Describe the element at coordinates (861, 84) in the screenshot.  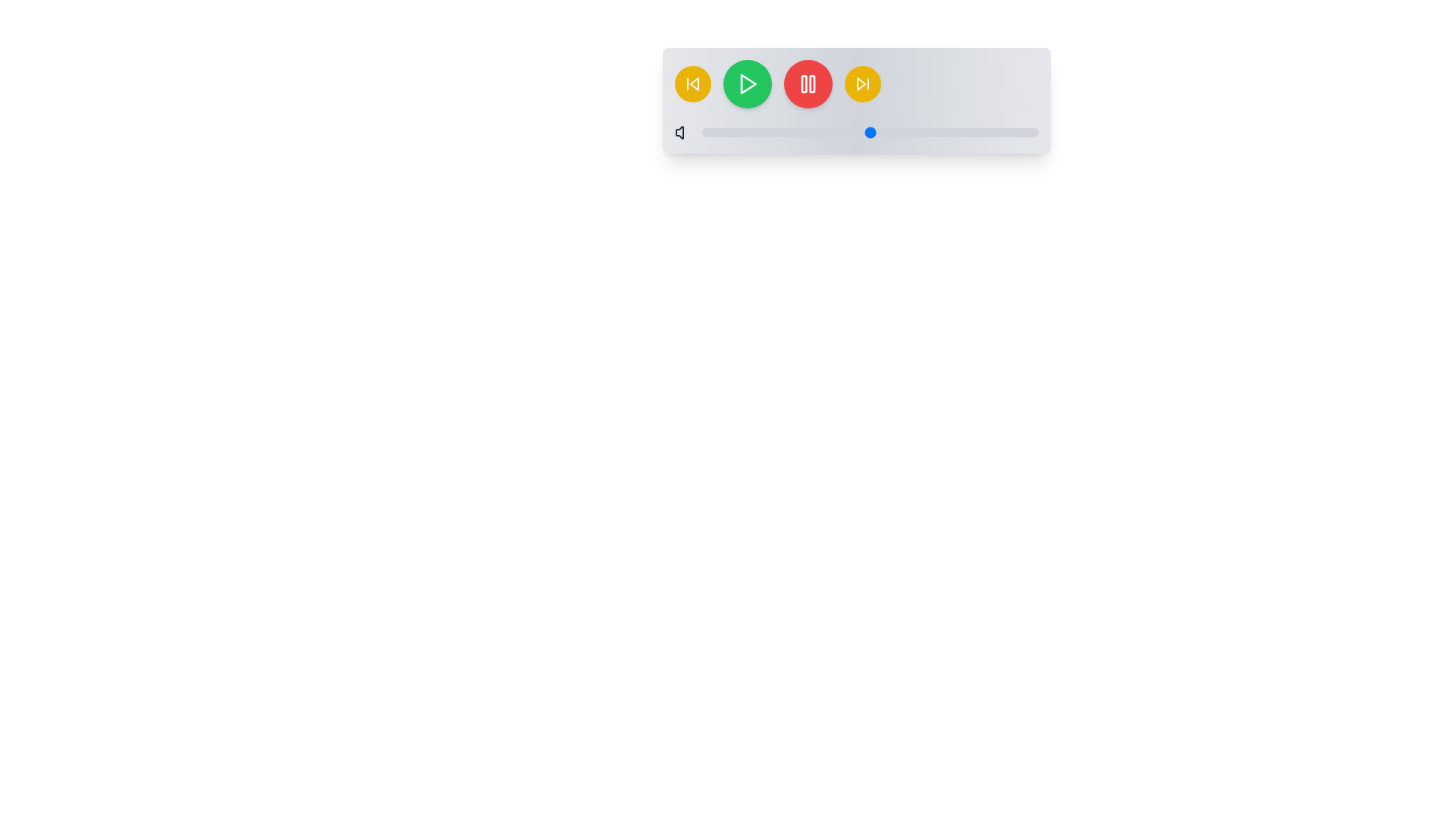
I see `the yellow triangular icon representing the skip forward action located at the far right side of the playback control bar` at that location.